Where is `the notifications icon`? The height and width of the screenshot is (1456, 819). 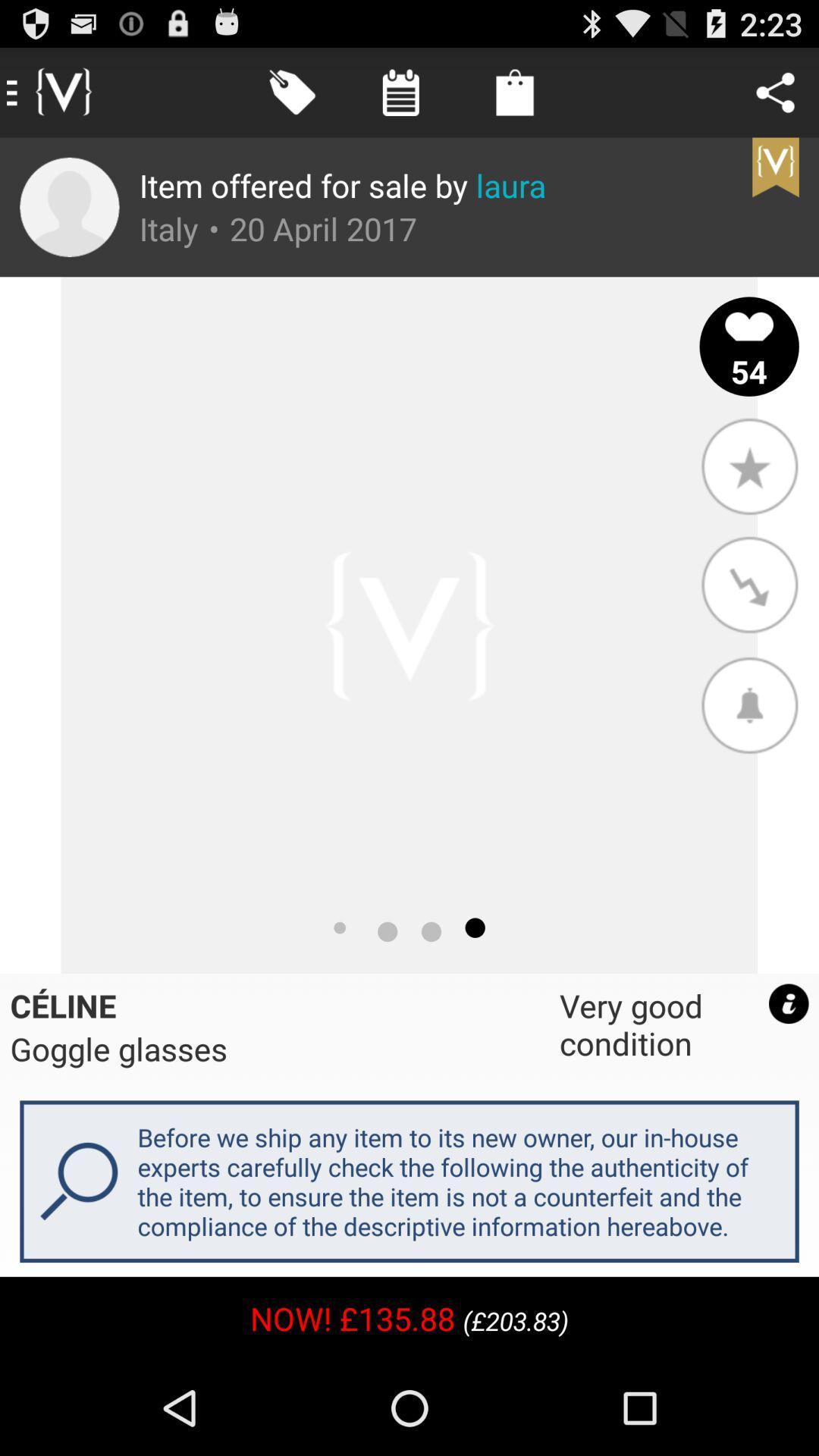
the notifications icon is located at coordinates (748, 754).